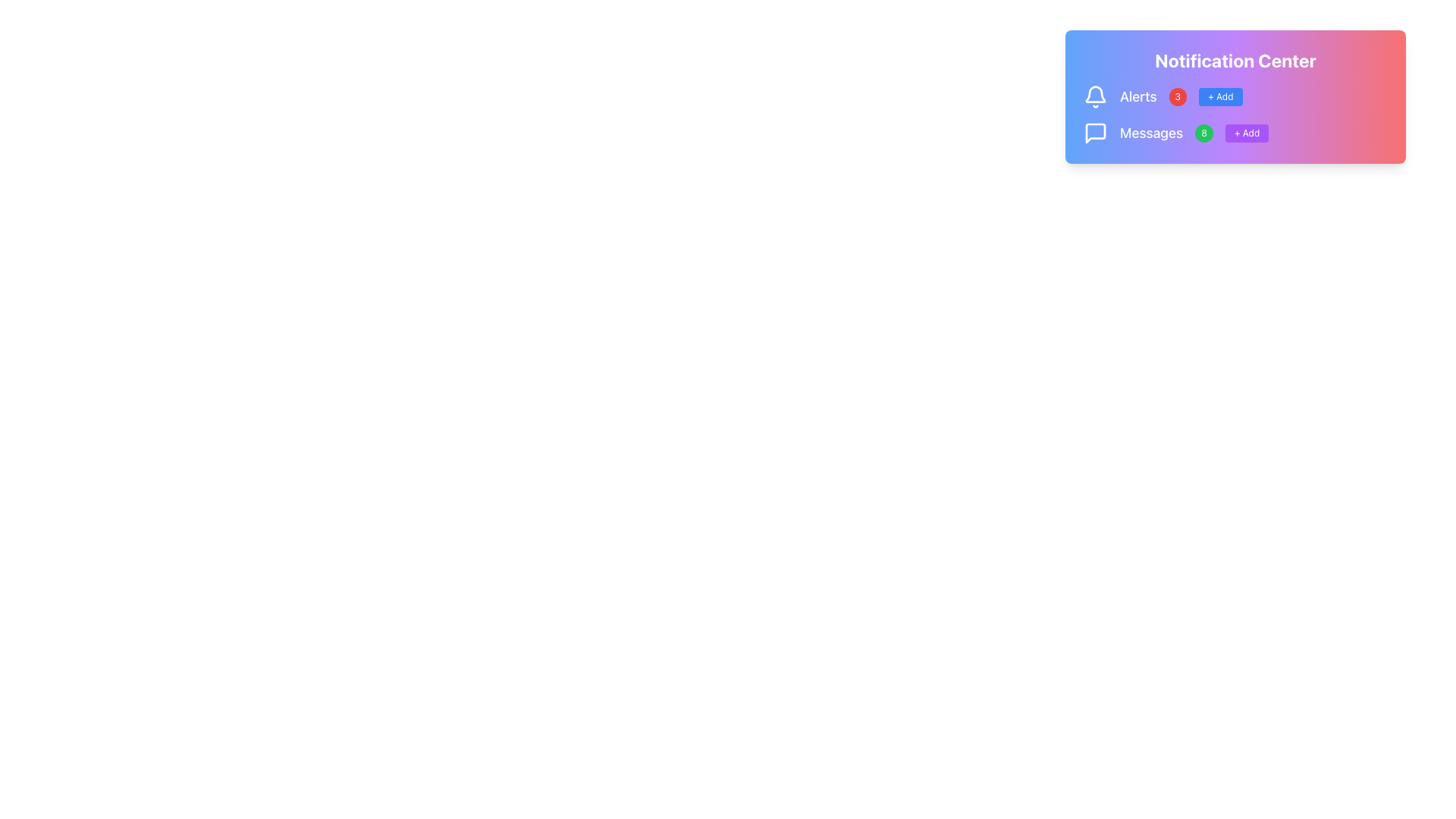 This screenshot has height=819, width=1456. Describe the element at coordinates (1220, 96) in the screenshot. I see `the '+ Add' button with keyboard navigation in the Notification Center panel` at that location.